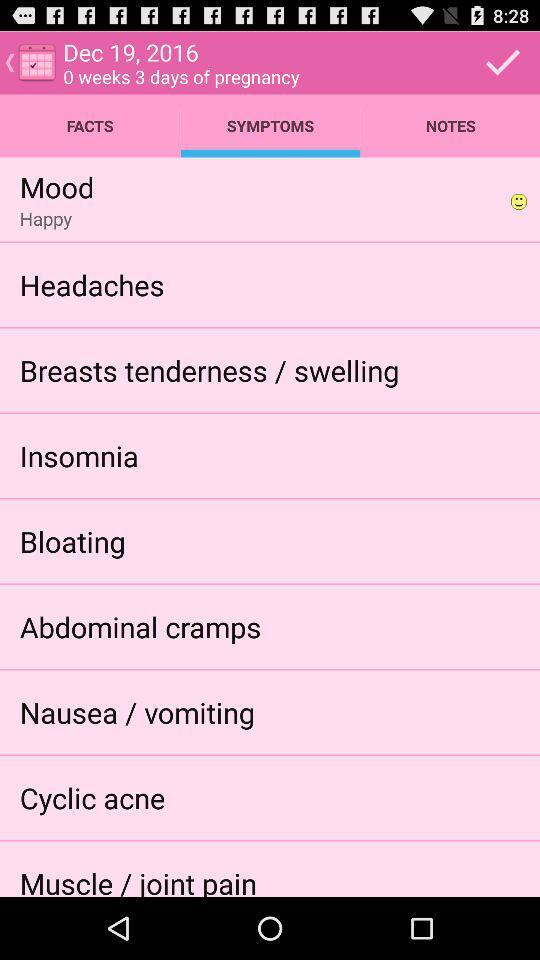  I want to click on icon below the happy item, so click(91, 283).